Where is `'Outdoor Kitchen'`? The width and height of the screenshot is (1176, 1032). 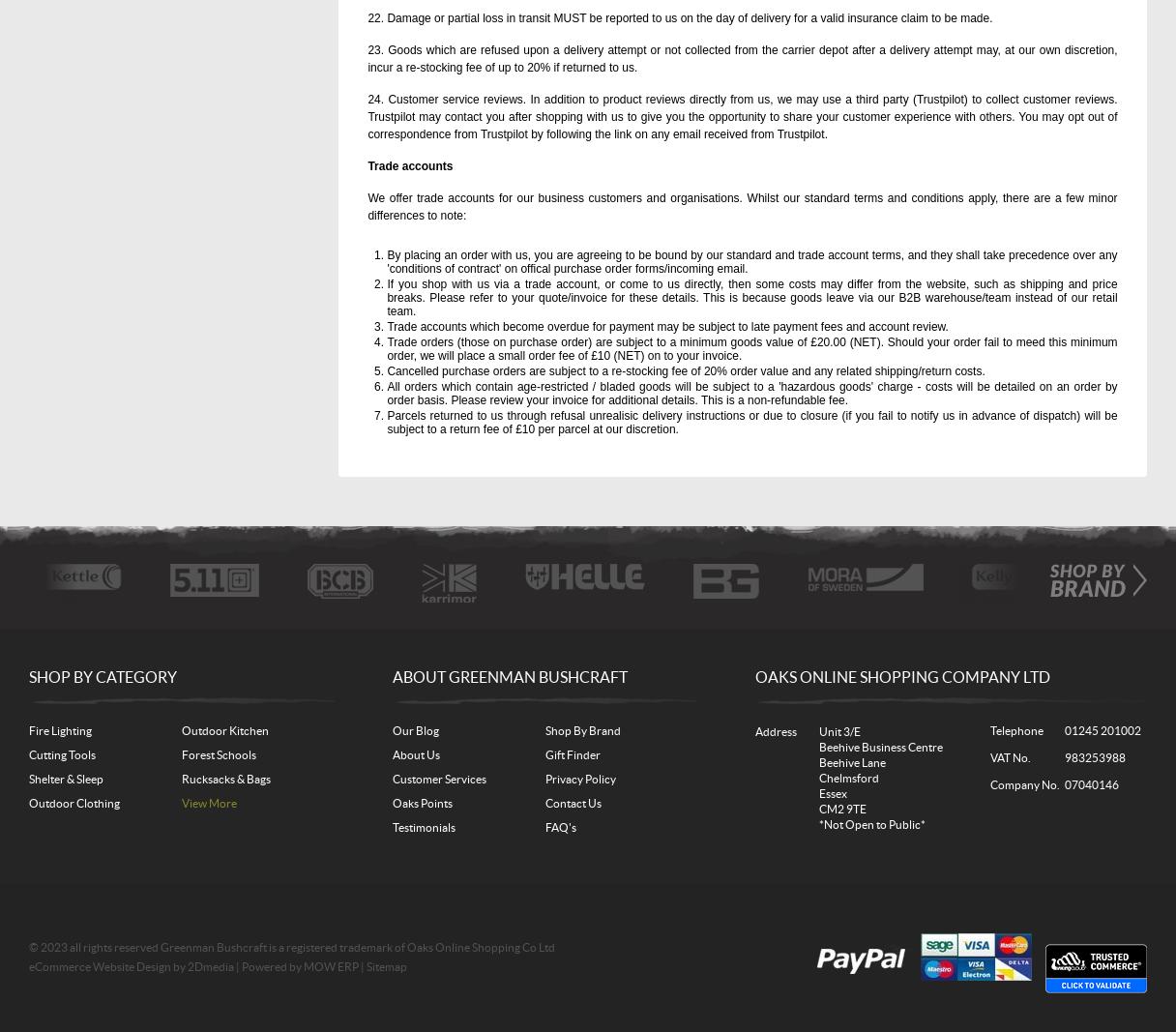 'Outdoor Kitchen' is located at coordinates (223, 729).